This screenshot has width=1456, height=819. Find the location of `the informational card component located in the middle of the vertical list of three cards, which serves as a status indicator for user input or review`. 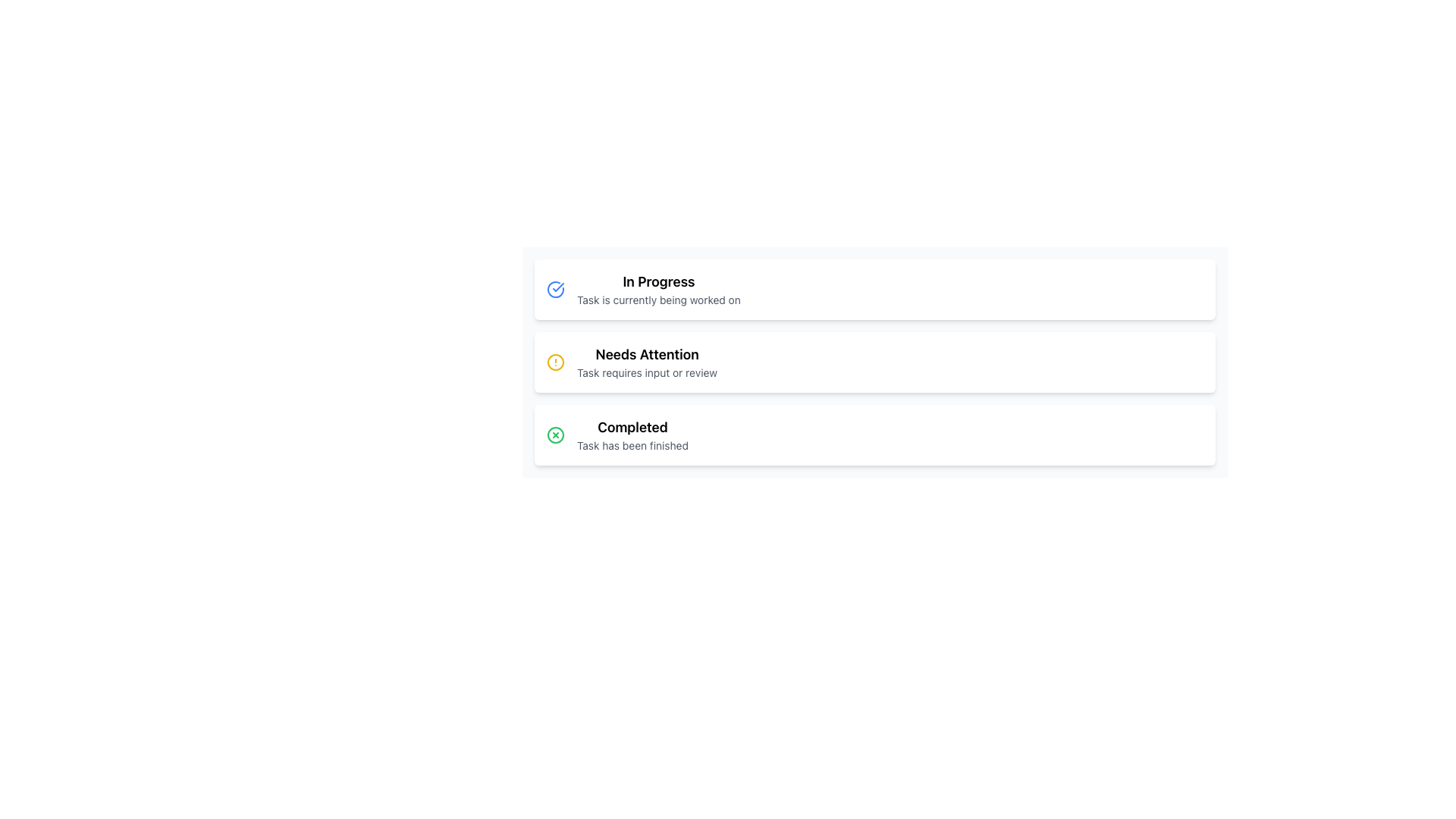

the informational card component located in the middle of the vertical list of three cards, which serves as a status indicator for user input or review is located at coordinates (874, 362).